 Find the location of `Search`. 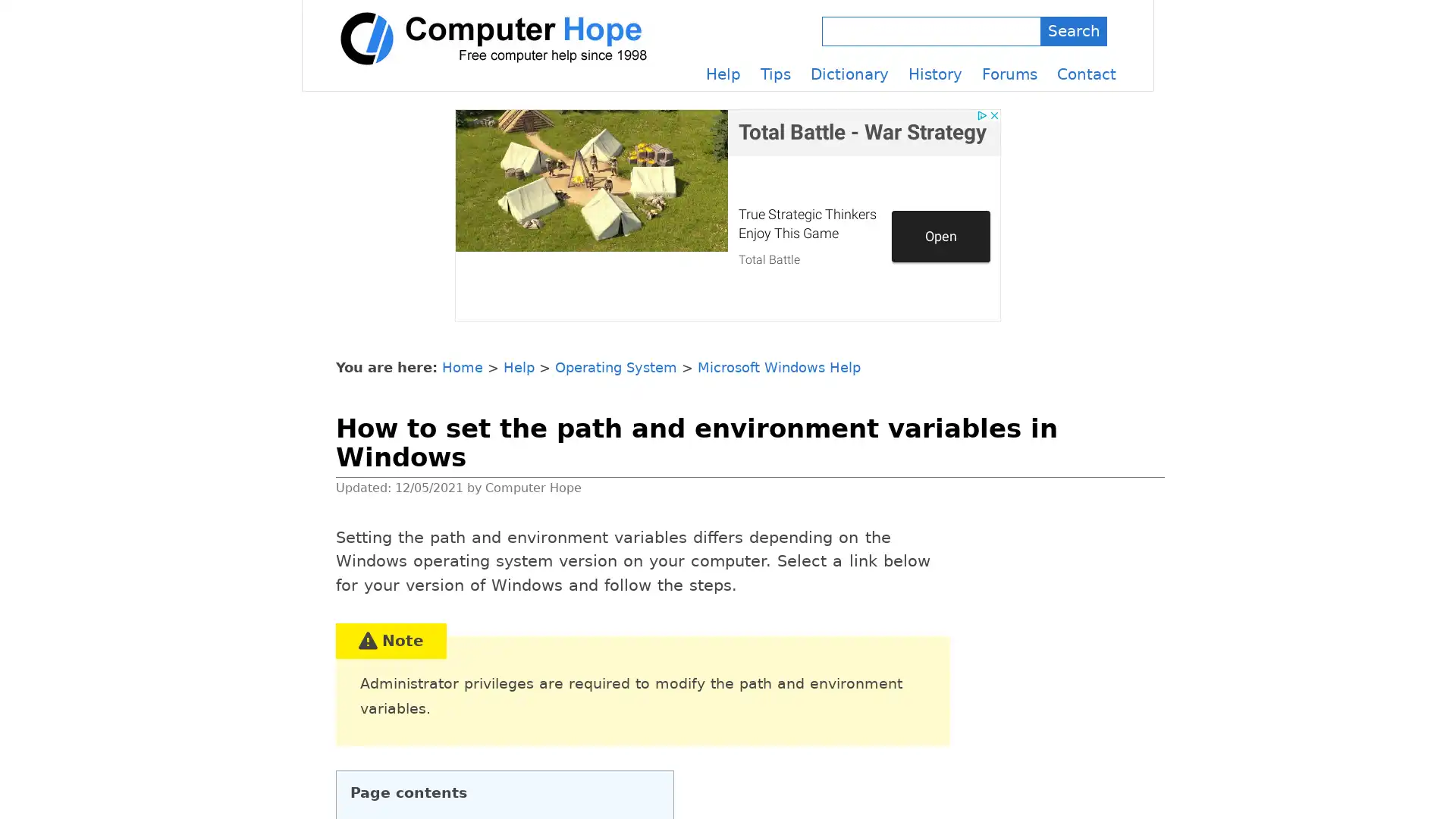

Search is located at coordinates (1073, 30).